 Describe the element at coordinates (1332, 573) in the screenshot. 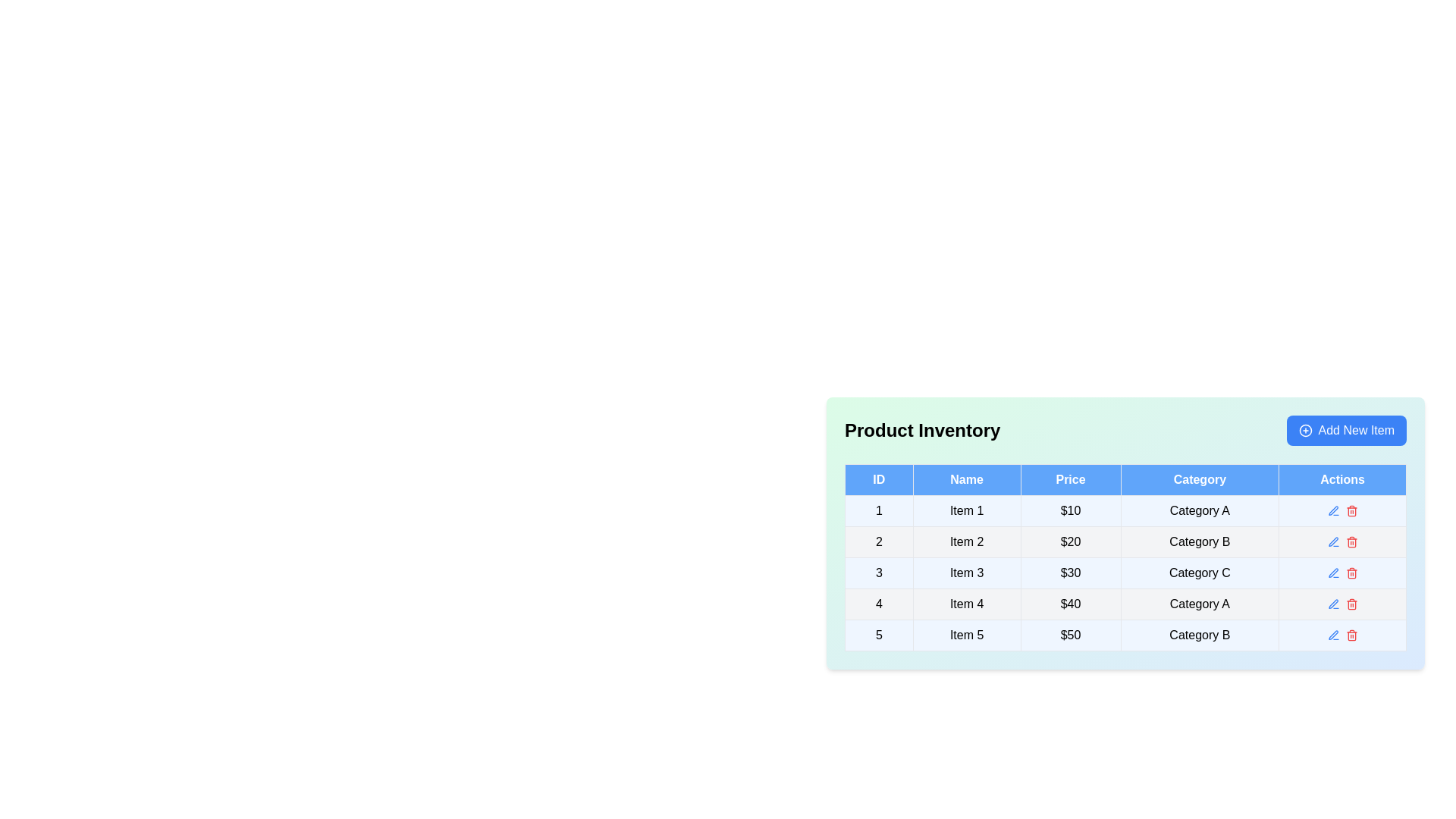

I see `the SVG Pen Edit Icon located in the 'Actions' column of the third row within the table` at that location.